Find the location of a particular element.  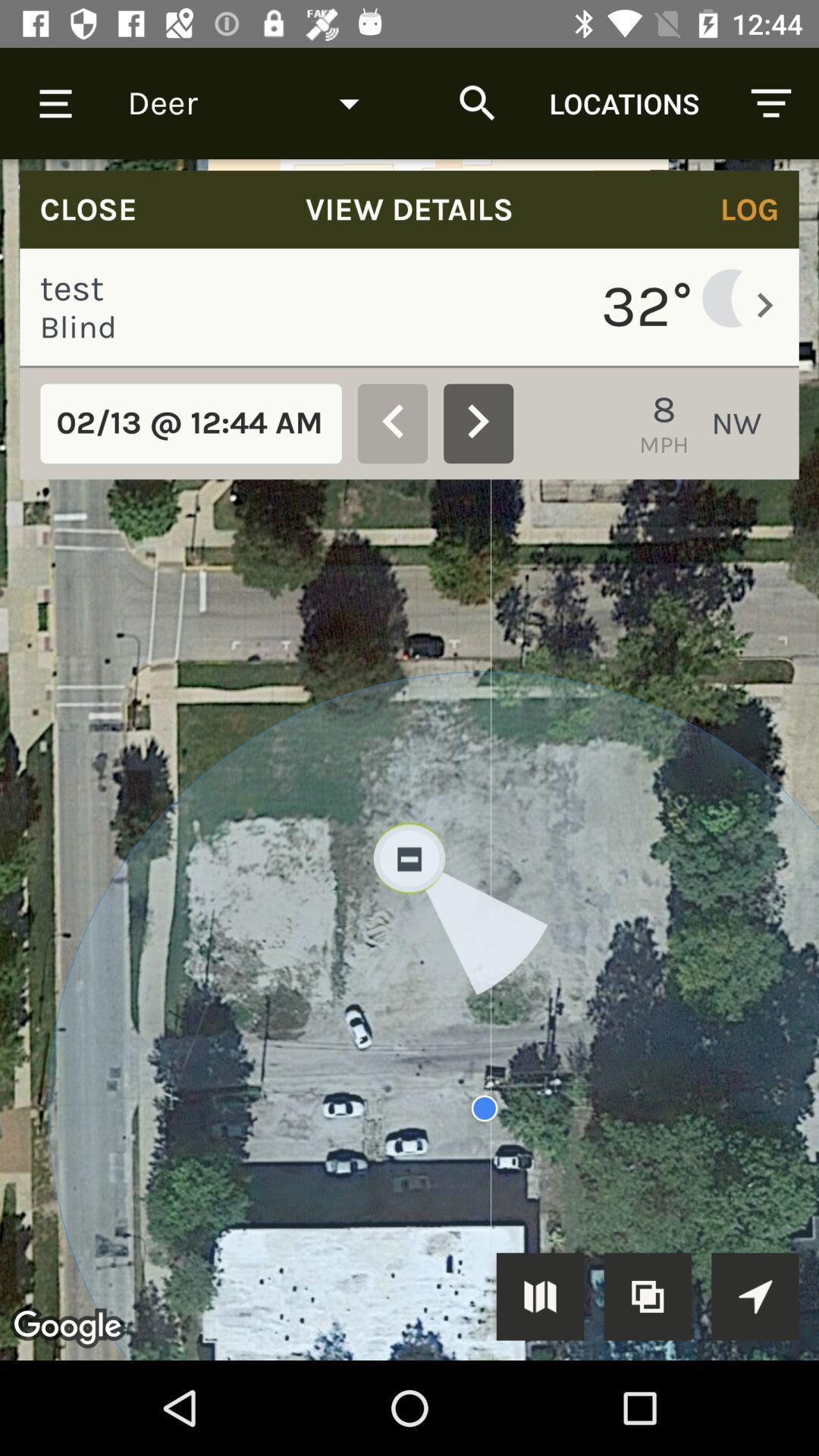

symbol is located at coordinates (539, 1295).